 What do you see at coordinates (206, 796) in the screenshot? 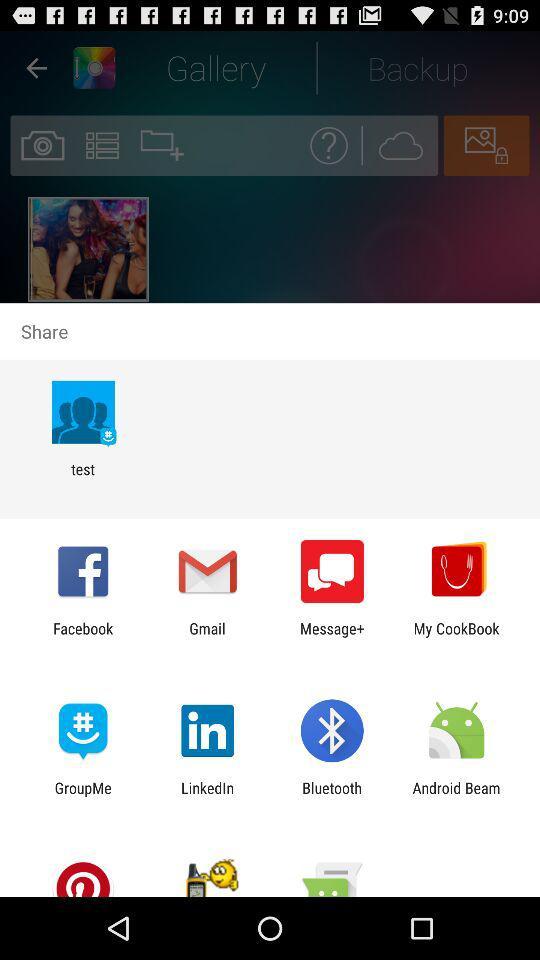
I see `item to the left of the bluetooth icon` at bounding box center [206, 796].